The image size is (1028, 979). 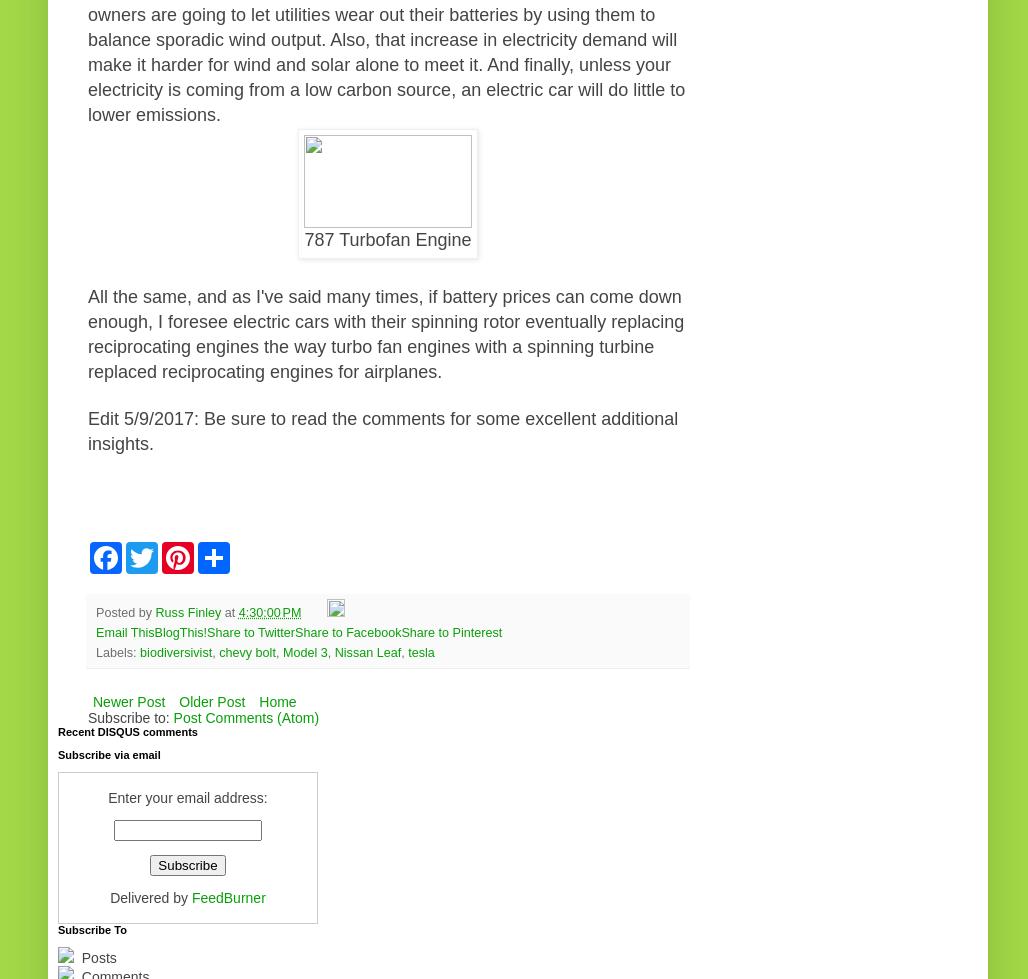 What do you see at coordinates (86, 716) in the screenshot?
I see `'Subscribe to:'` at bounding box center [86, 716].